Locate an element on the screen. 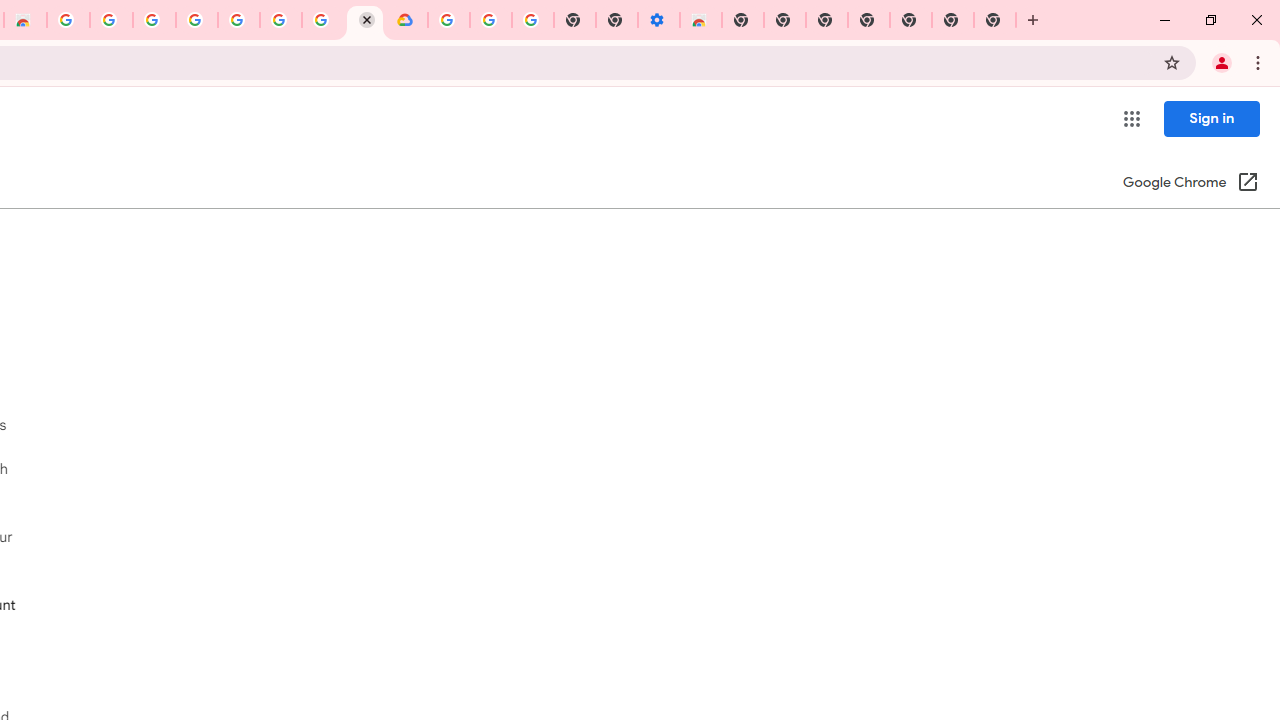 The height and width of the screenshot is (720, 1280). 'Turn cookies on or off - Computer - Google Account Help' is located at coordinates (533, 20).